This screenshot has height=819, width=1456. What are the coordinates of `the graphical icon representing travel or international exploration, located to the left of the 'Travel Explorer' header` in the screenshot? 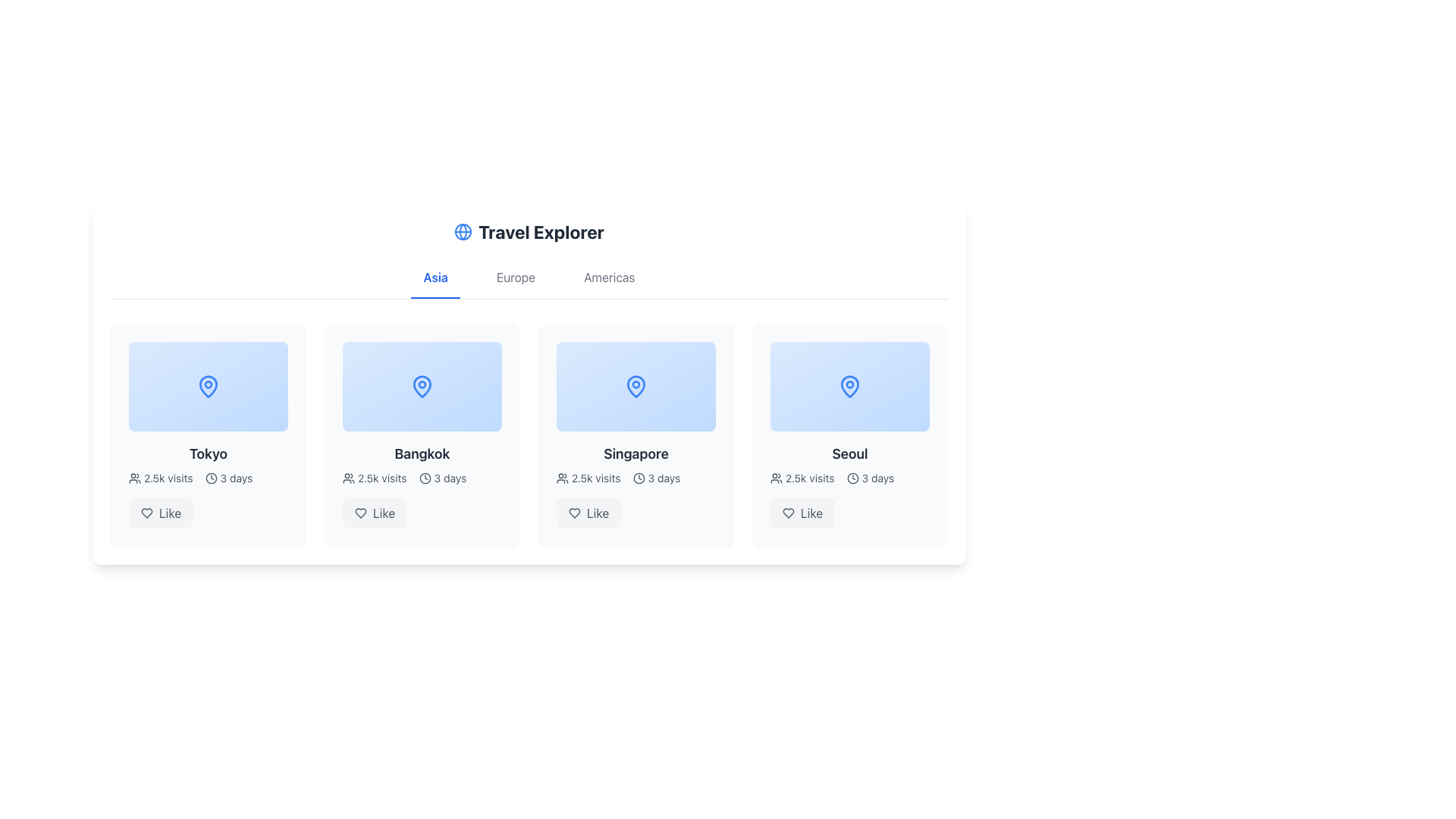 It's located at (463, 231).